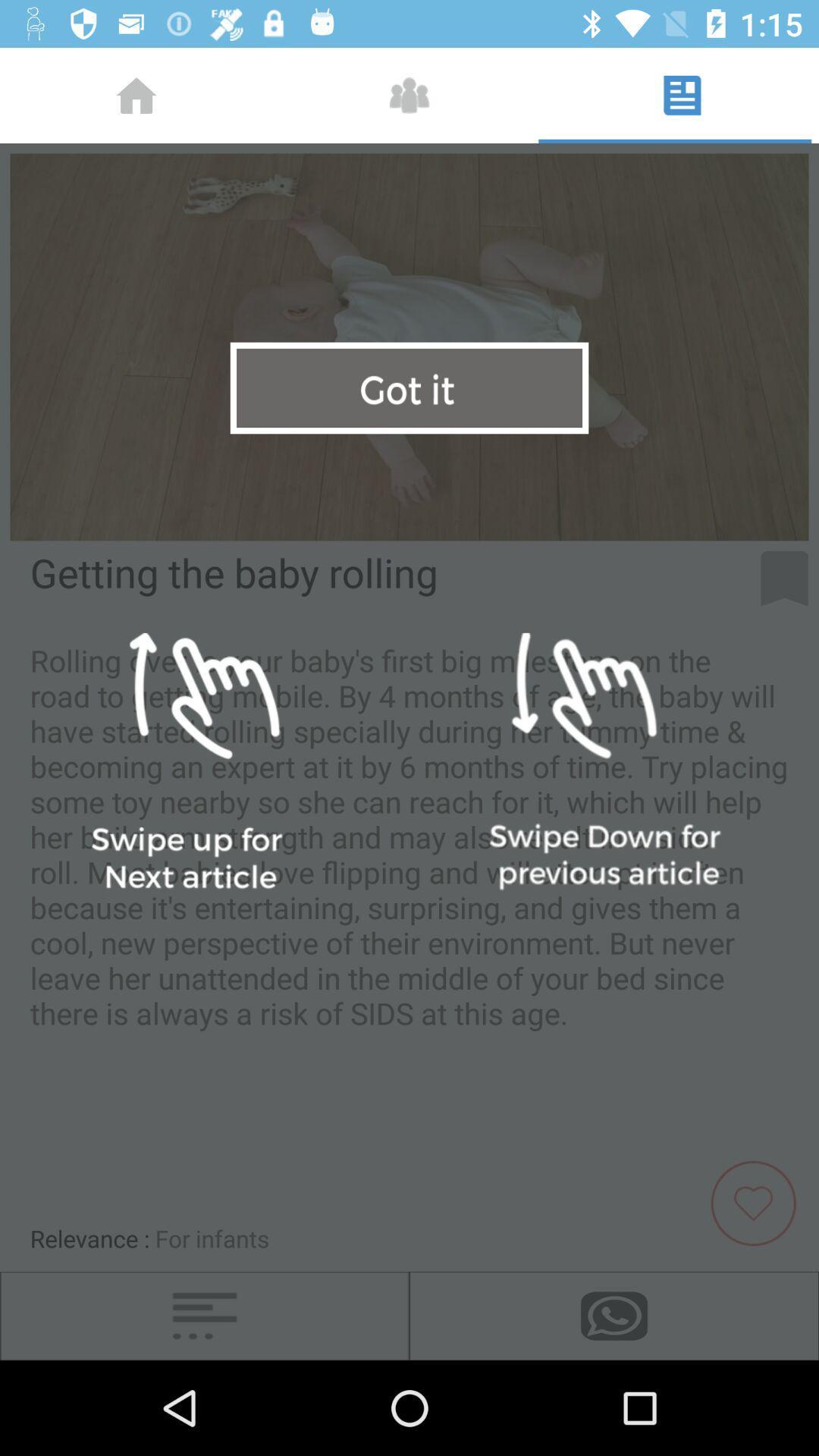 The height and width of the screenshot is (1456, 819). Describe the element at coordinates (784, 578) in the screenshot. I see `bookmark this article` at that location.